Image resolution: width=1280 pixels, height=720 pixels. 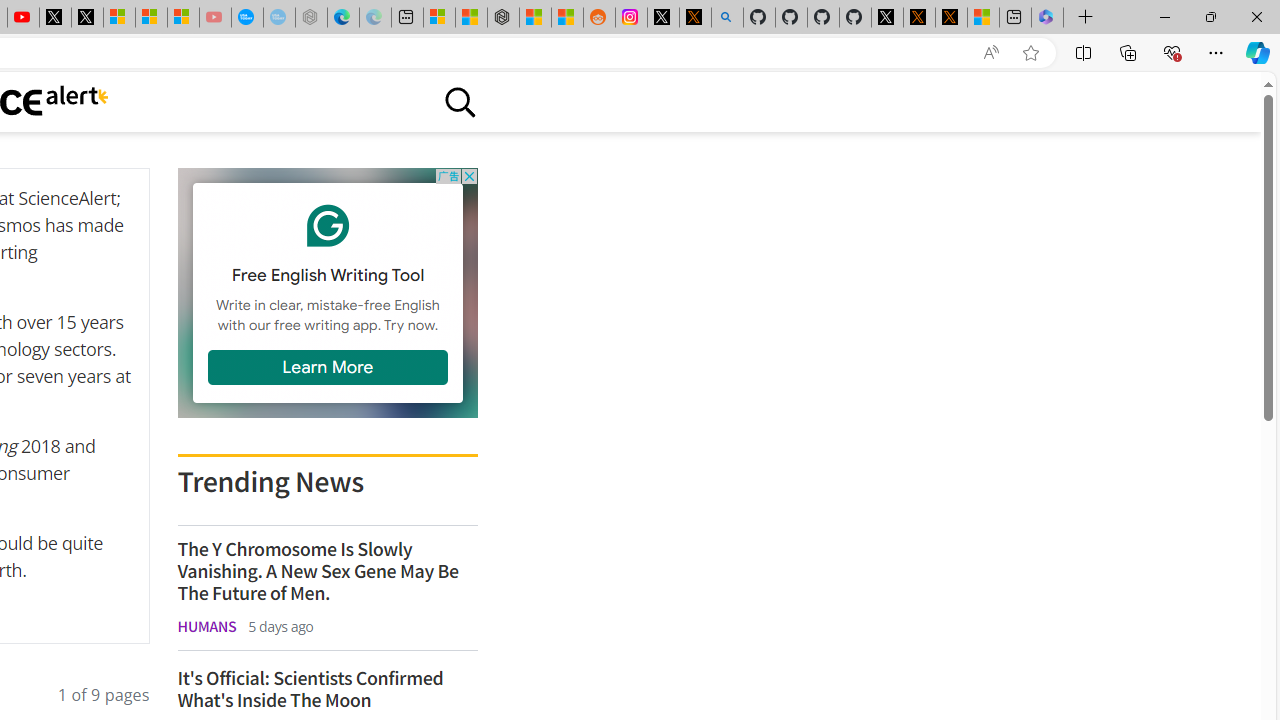 What do you see at coordinates (206, 625) in the screenshot?
I see `'HUMANS'` at bounding box center [206, 625].